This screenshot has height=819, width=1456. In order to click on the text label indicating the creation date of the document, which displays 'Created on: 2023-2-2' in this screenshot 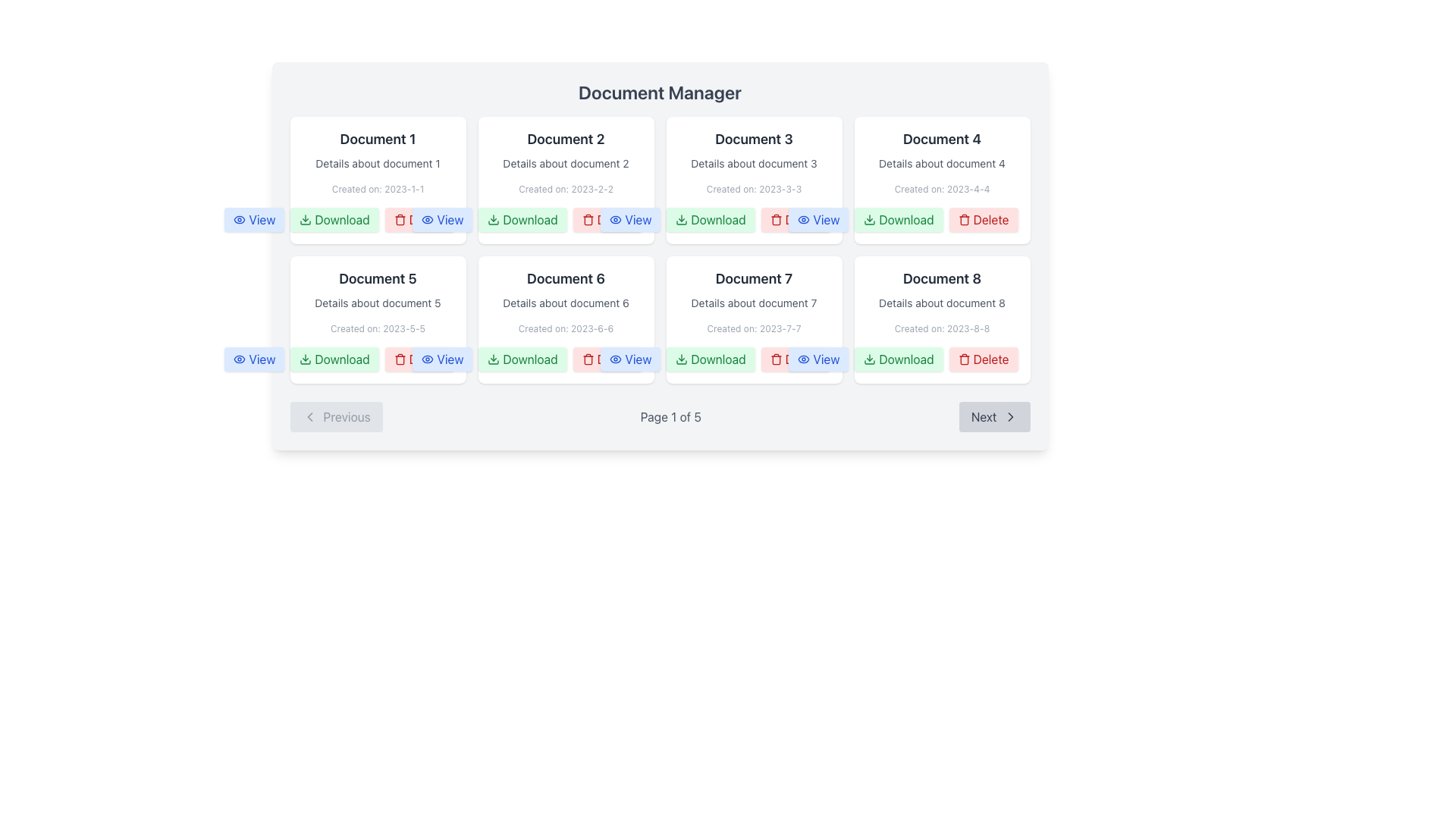, I will do `click(565, 189)`.